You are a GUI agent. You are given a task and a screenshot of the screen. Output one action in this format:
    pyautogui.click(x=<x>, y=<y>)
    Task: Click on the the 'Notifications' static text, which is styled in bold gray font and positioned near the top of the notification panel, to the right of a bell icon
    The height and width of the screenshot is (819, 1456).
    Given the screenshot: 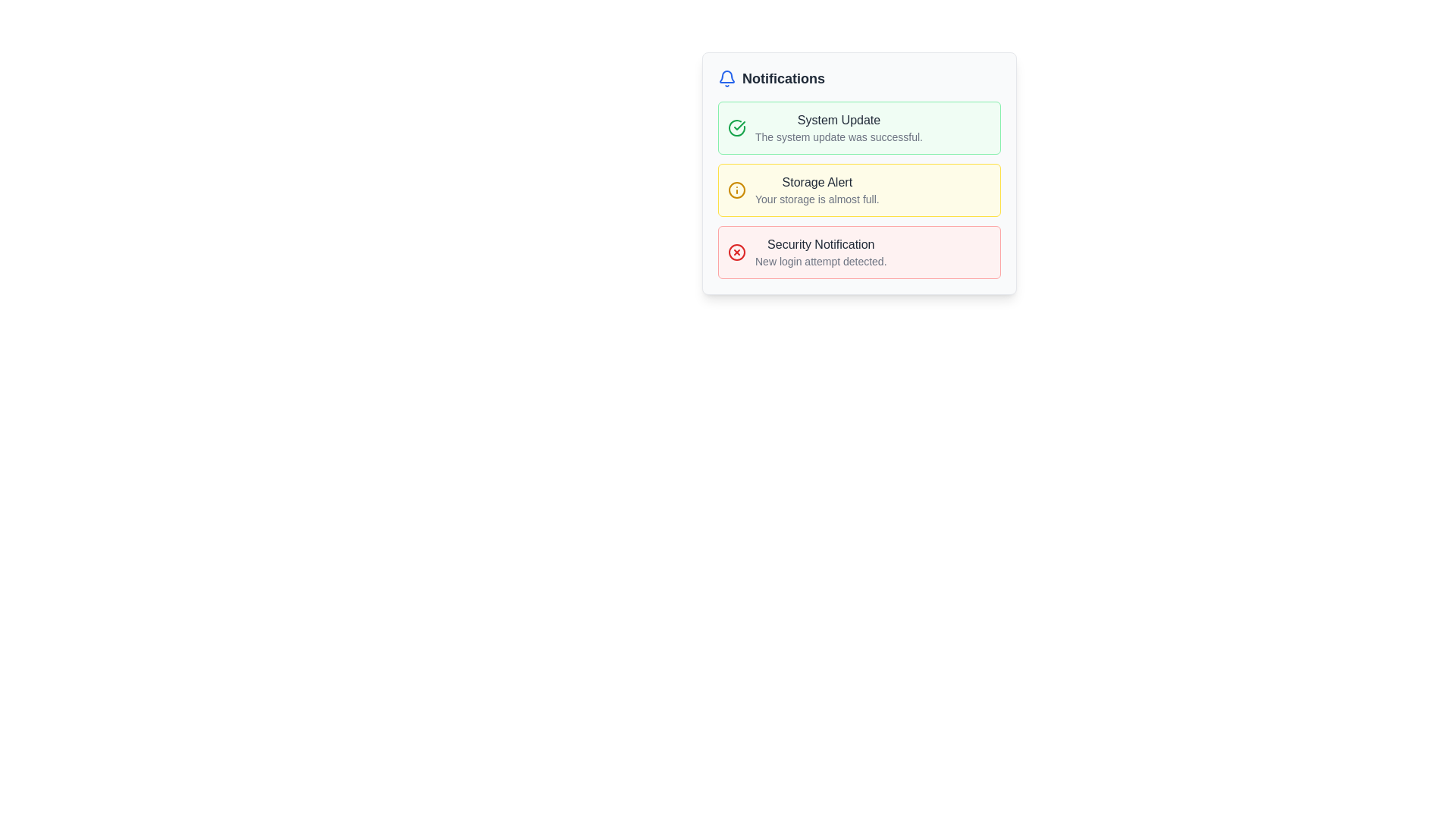 What is the action you would take?
    pyautogui.click(x=783, y=79)
    